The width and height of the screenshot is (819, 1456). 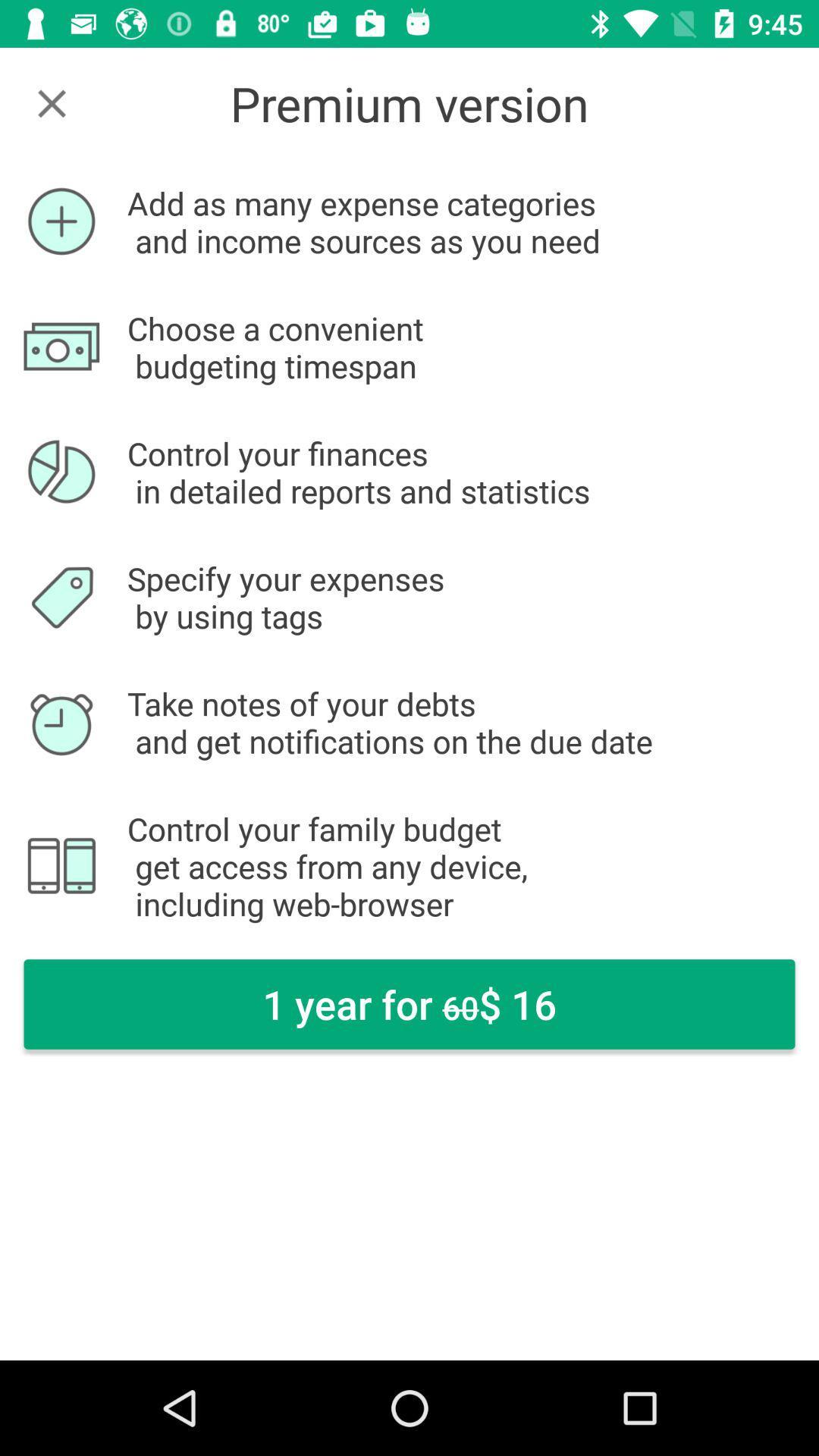 What do you see at coordinates (409, 1004) in the screenshot?
I see `1 year for item` at bounding box center [409, 1004].